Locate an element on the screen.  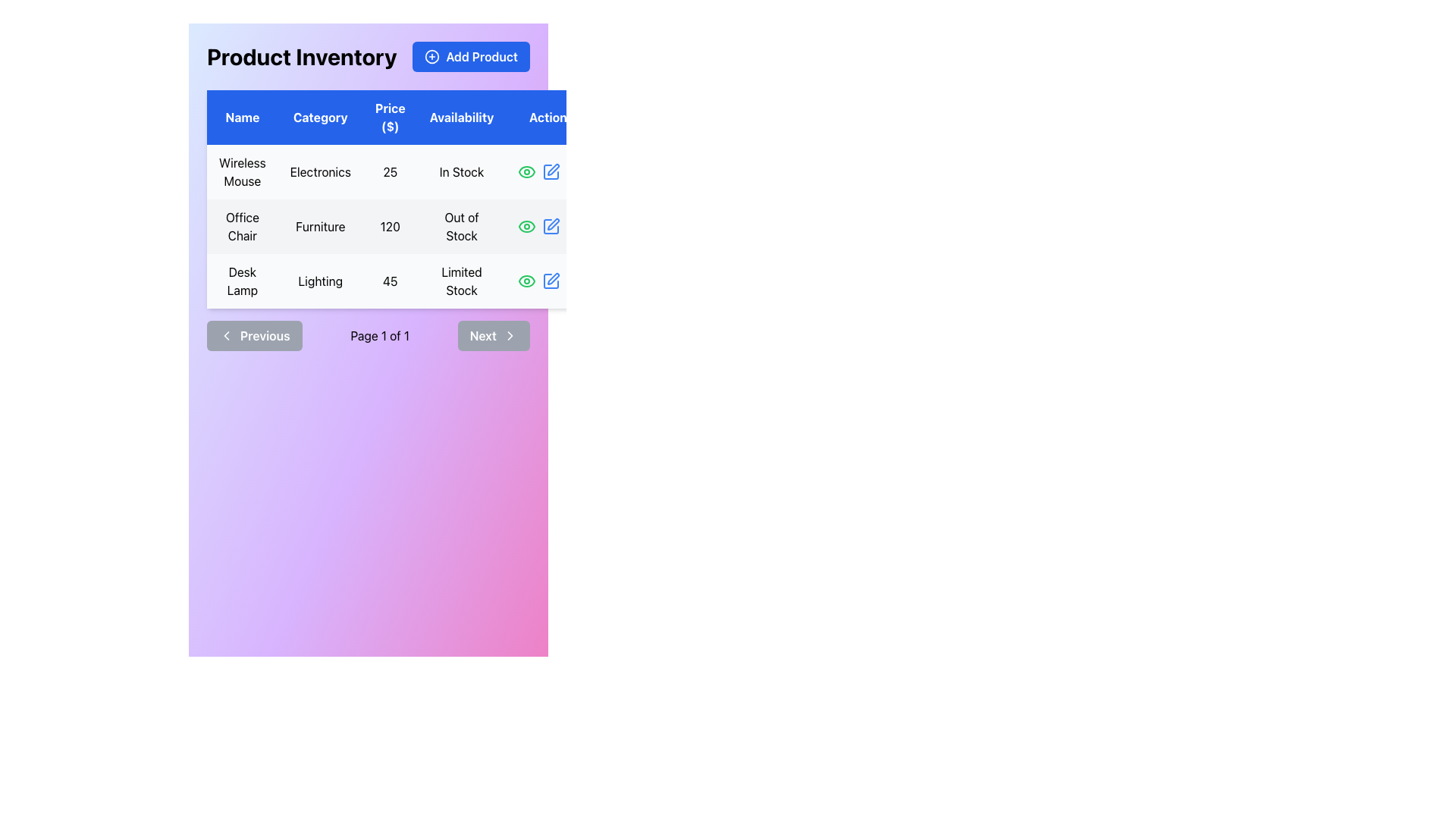
the Icon Section for the 'Office Chair' item, located in the fifth column of the table, to the right of the 'Out of Stock' text is located at coordinates (551, 227).